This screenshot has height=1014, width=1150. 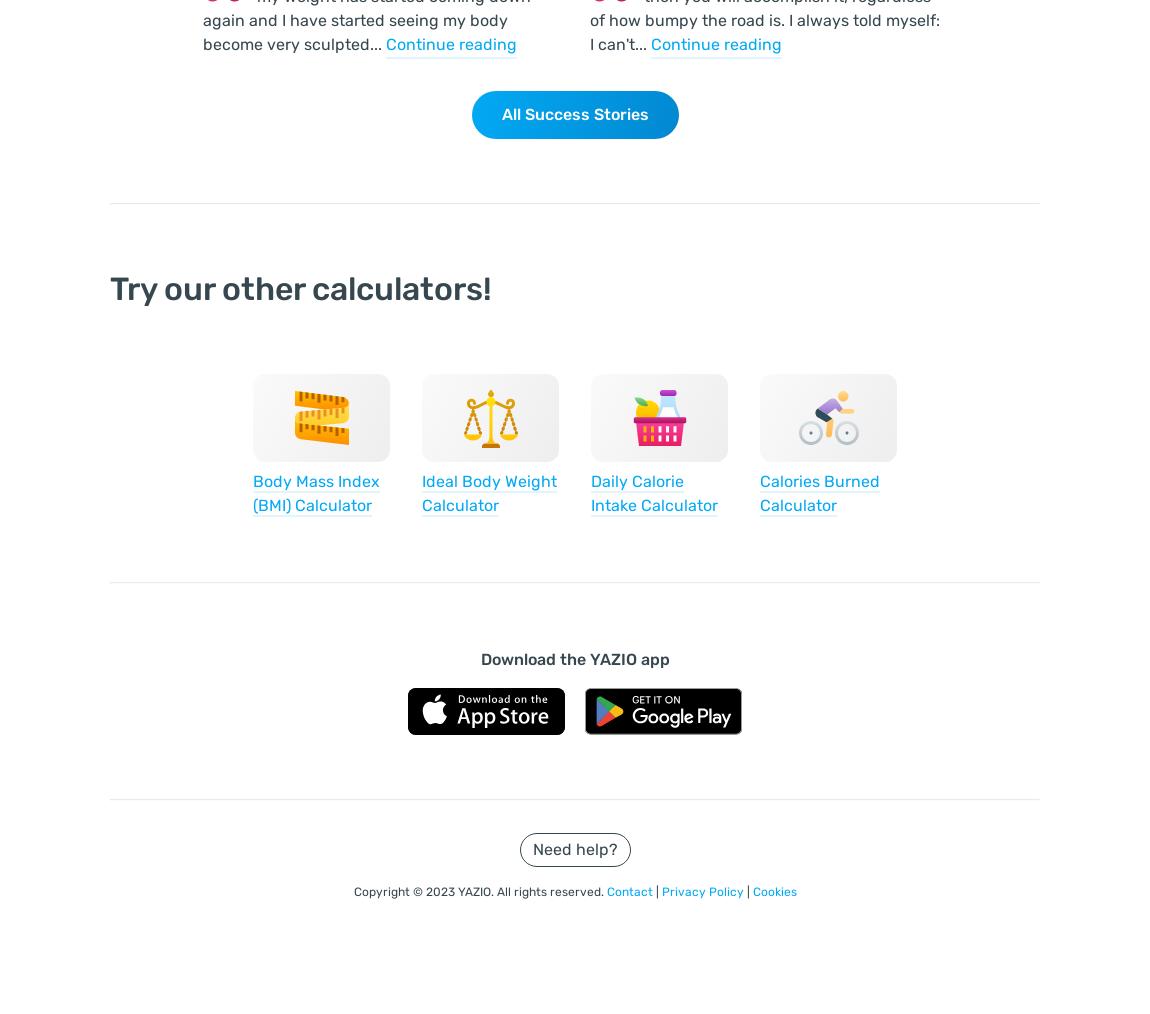 I want to click on 'Download the YAZIO app', so click(x=574, y=659).